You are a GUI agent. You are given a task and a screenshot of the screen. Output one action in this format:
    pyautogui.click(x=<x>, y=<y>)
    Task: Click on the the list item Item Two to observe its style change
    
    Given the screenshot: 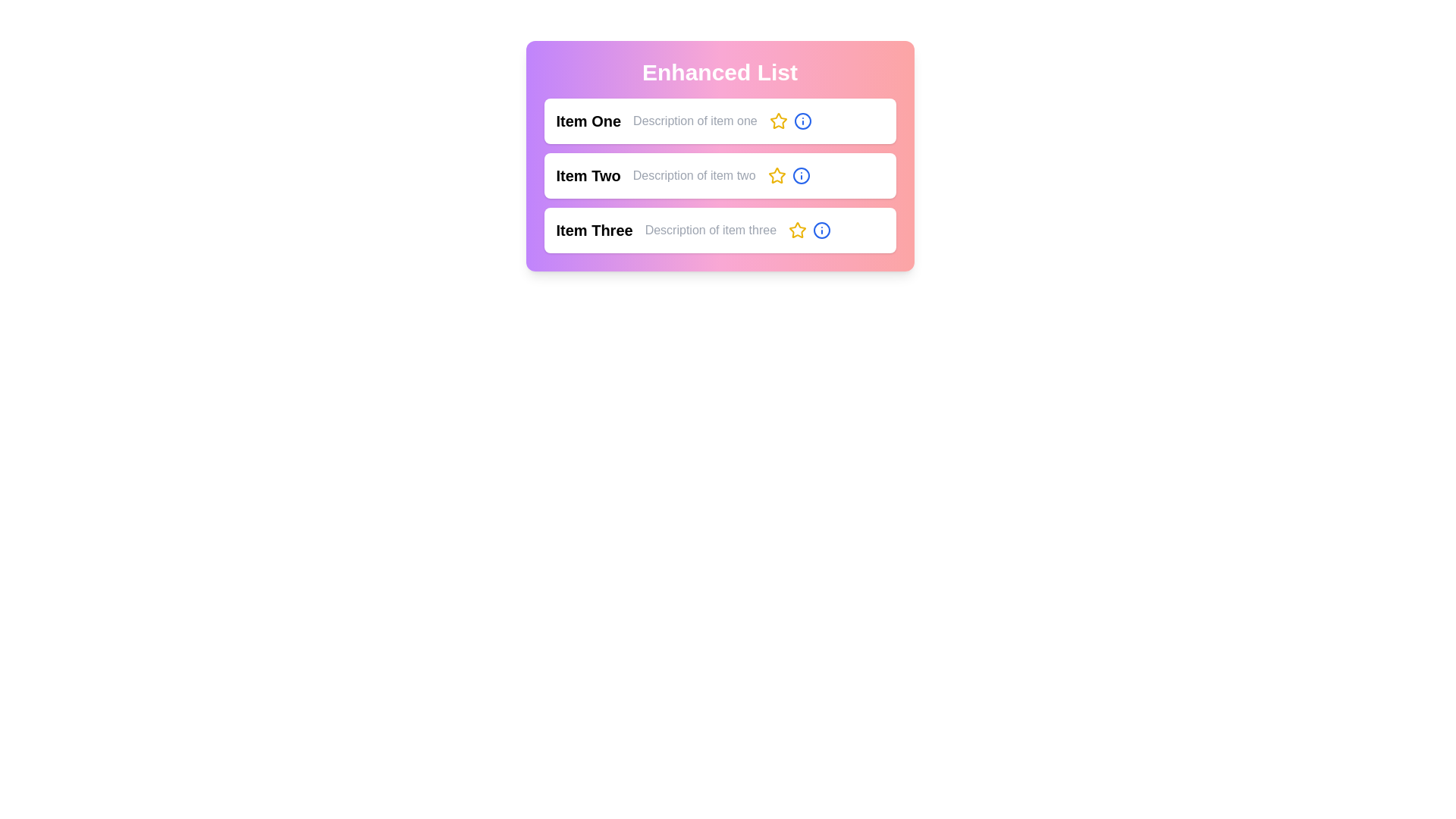 What is the action you would take?
    pyautogui.click(x=719, y=174)
    